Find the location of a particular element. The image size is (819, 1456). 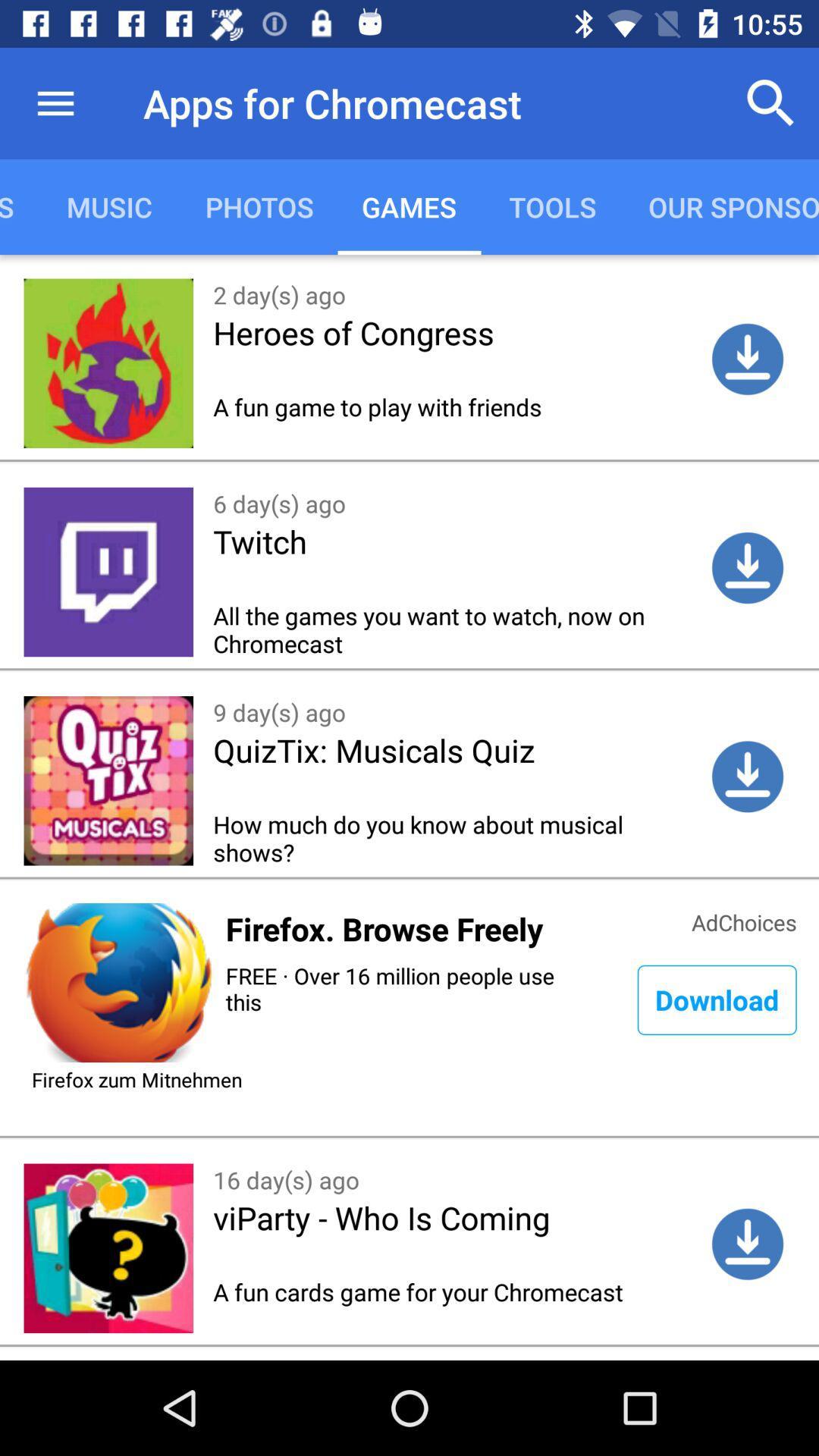

the item next to apps for chromecast icon is located at coordinates (55, 102).